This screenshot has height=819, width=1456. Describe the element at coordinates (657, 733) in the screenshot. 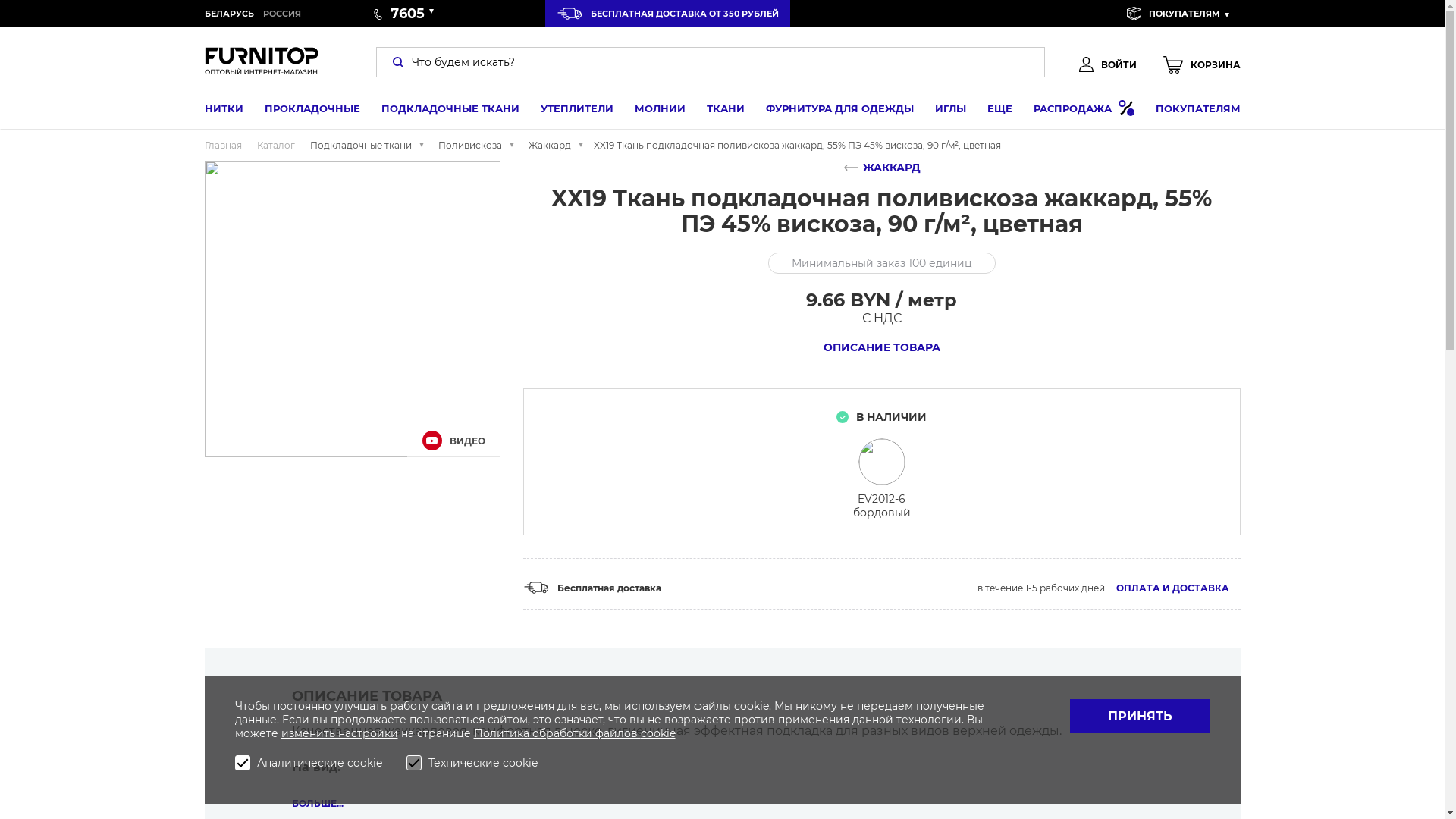

I see `'cookie'` at that location.